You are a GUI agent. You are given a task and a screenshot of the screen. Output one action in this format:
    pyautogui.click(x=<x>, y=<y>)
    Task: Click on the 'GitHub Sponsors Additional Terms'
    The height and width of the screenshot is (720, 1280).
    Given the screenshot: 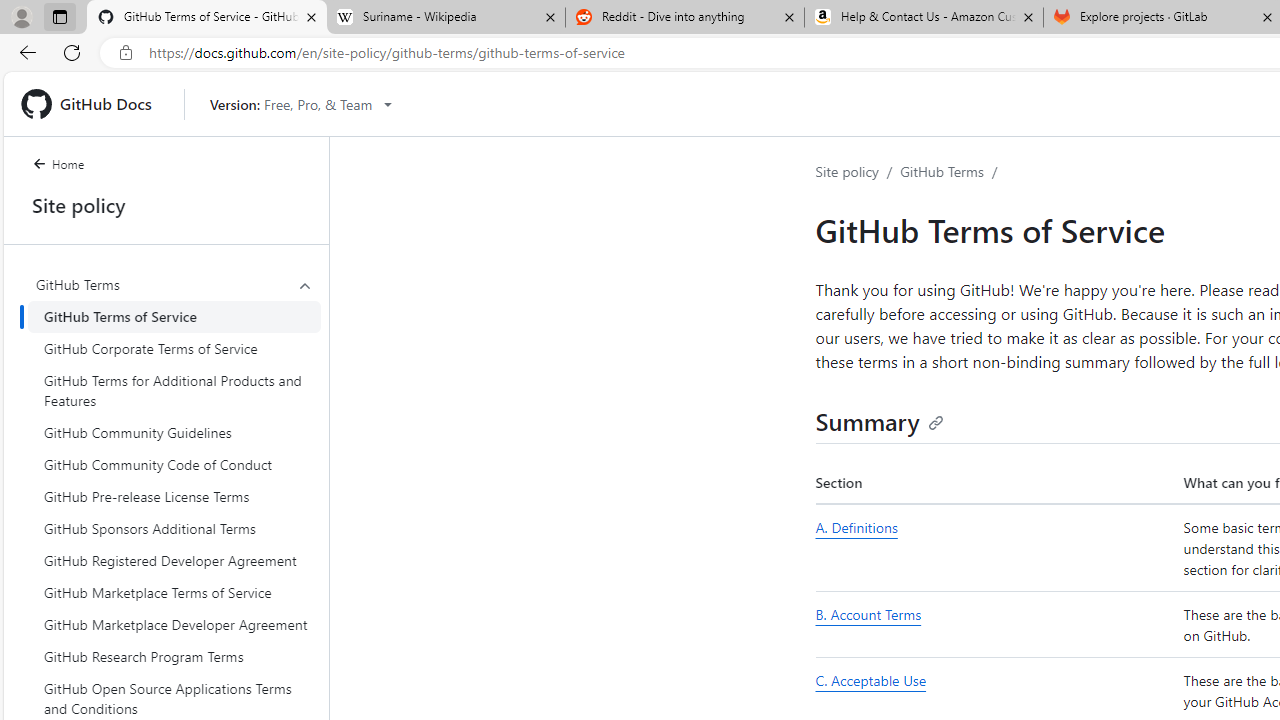 What is the action you would take?
    pyautogui.click(x=174, y=527)
    